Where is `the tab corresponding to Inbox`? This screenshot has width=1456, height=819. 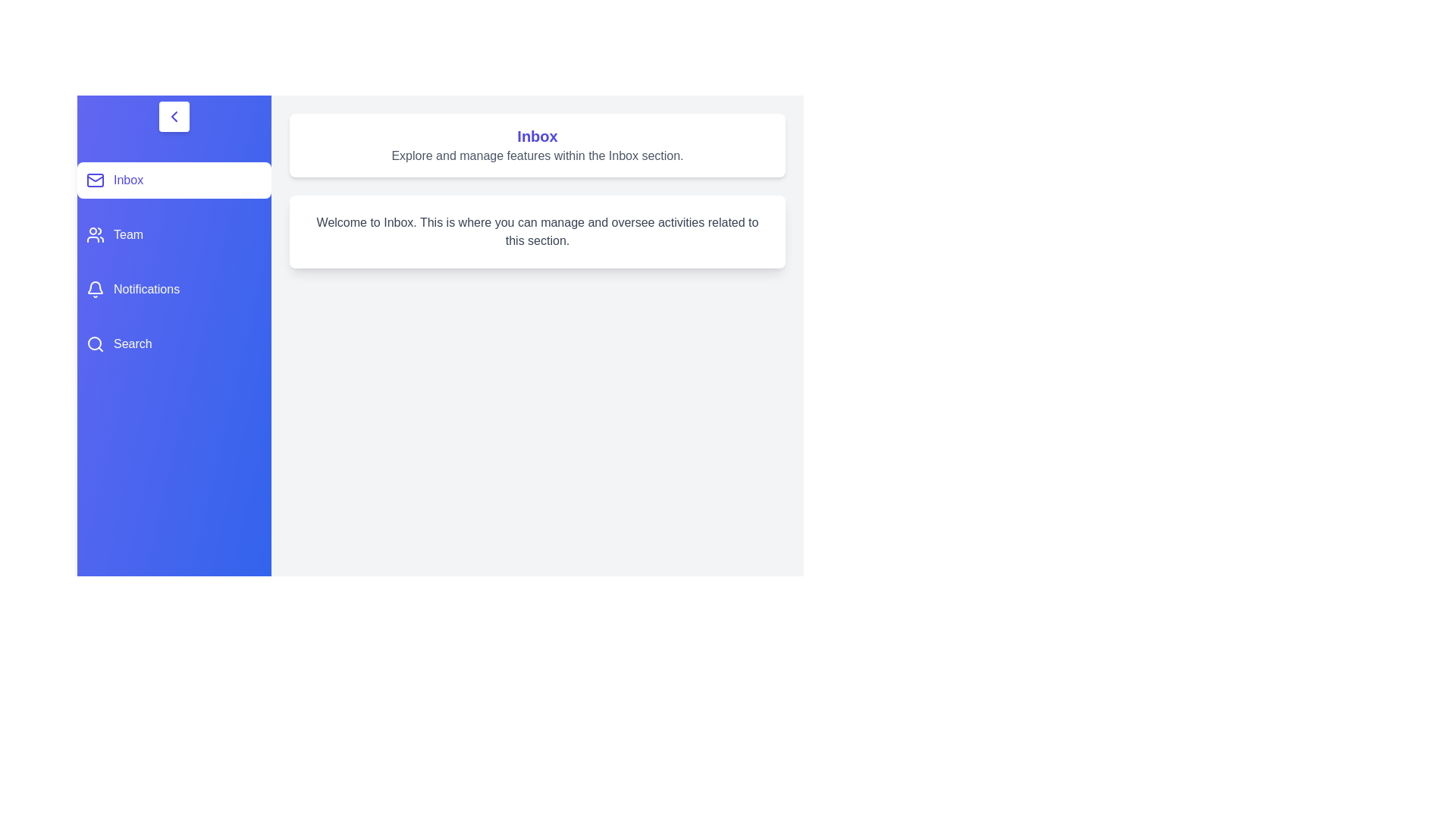
the tab corresponding to Inbox is located at coordinates (174, 180).